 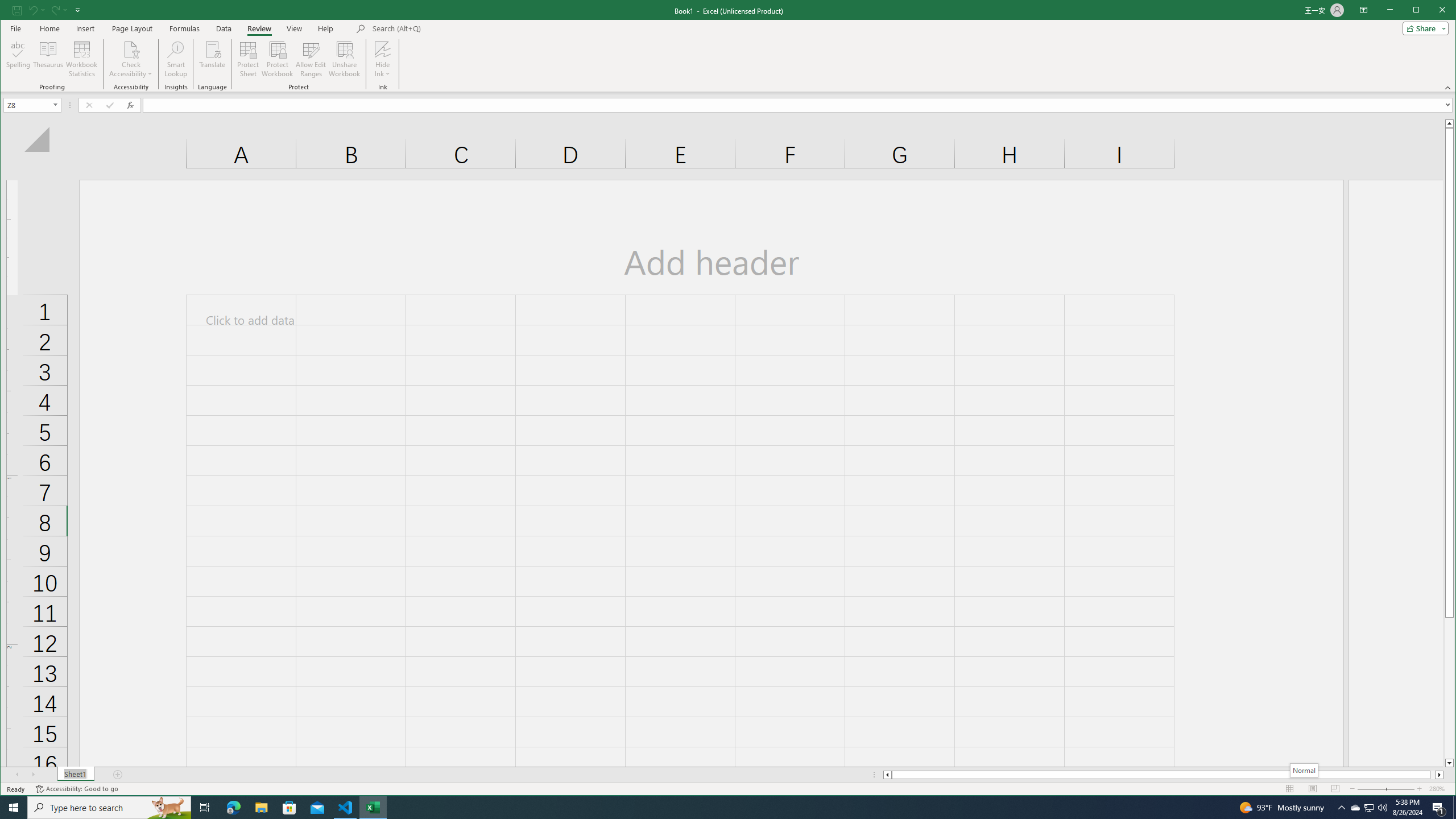 What do you see at coordinates (185, 28) in the screenshot?
I see `'Formulas'` at bounding box center [185, 28].